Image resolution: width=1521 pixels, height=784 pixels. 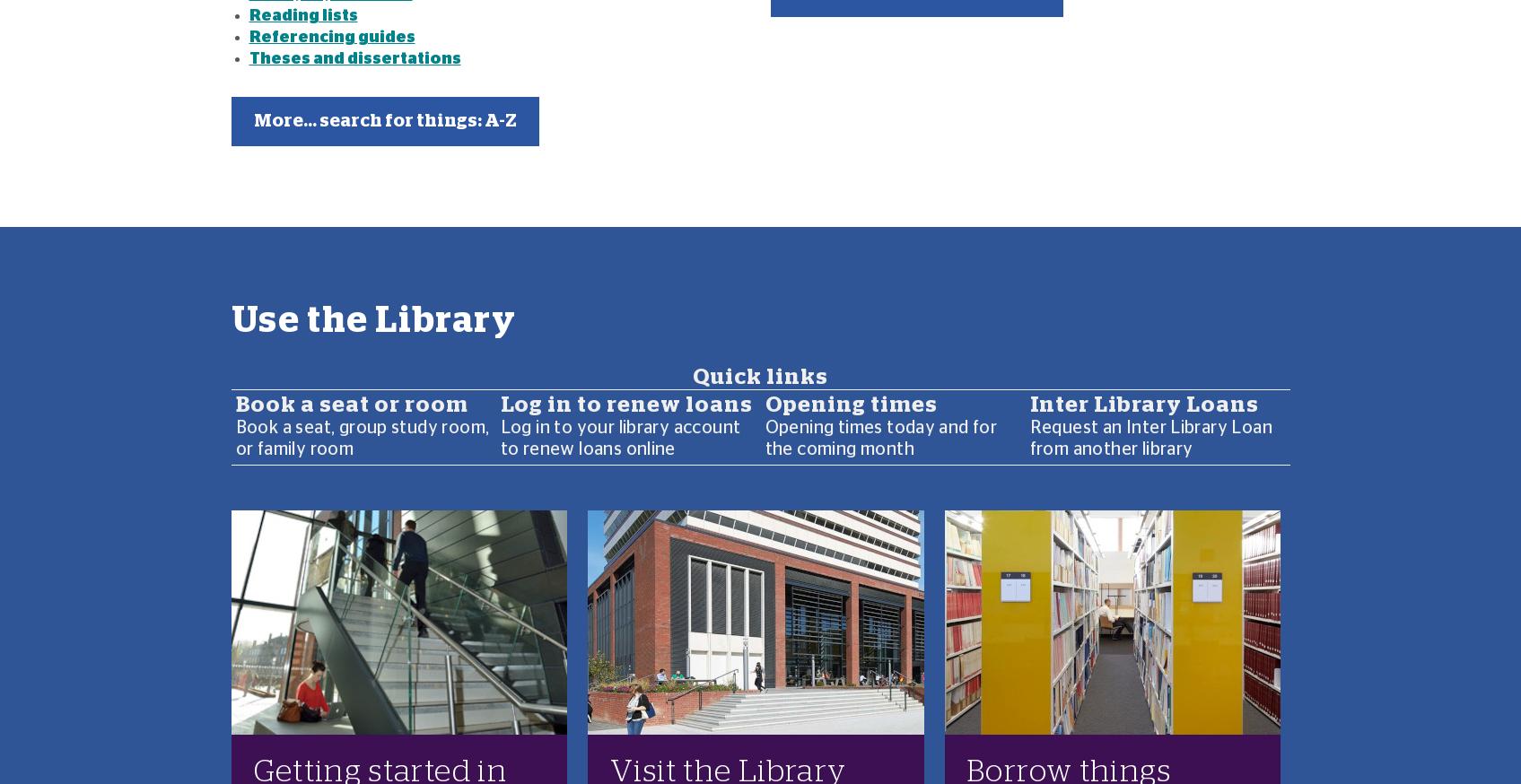 I want to click on 'Staff and students', so click(x=324, y=489).